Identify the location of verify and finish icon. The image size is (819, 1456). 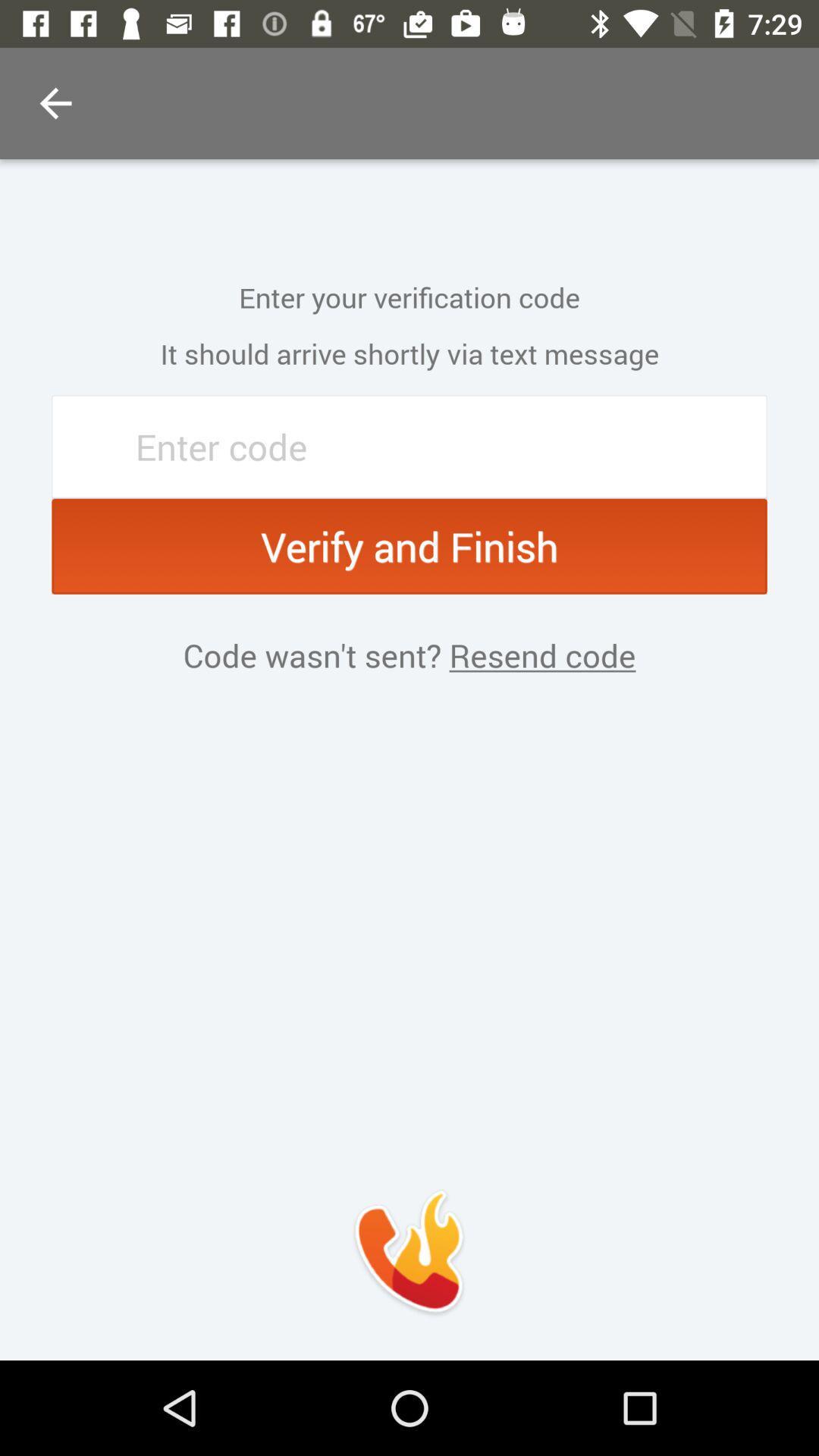
(409, 546).